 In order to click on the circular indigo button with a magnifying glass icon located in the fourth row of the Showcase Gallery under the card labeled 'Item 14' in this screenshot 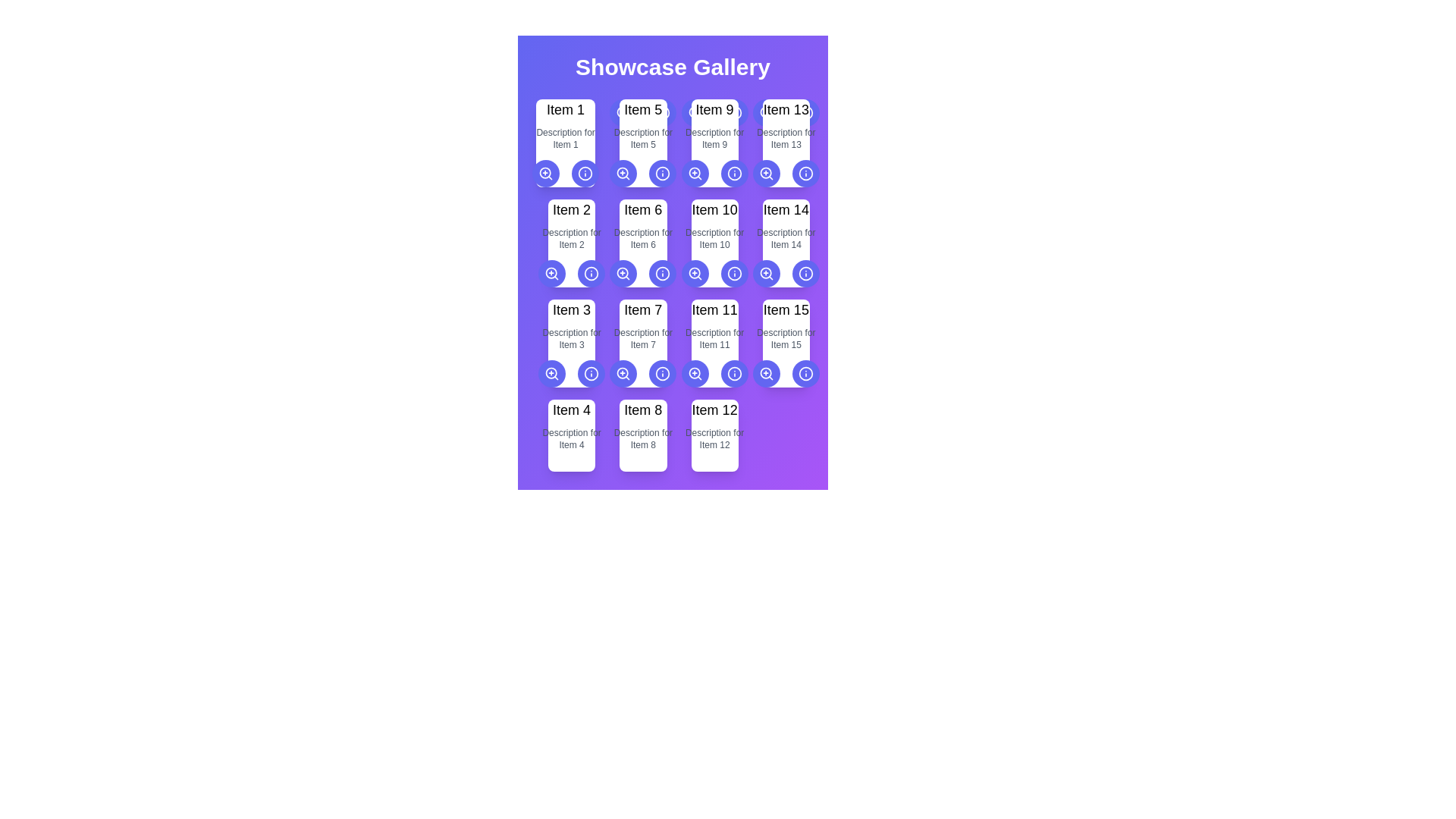, I will do `click(766, 274)`.